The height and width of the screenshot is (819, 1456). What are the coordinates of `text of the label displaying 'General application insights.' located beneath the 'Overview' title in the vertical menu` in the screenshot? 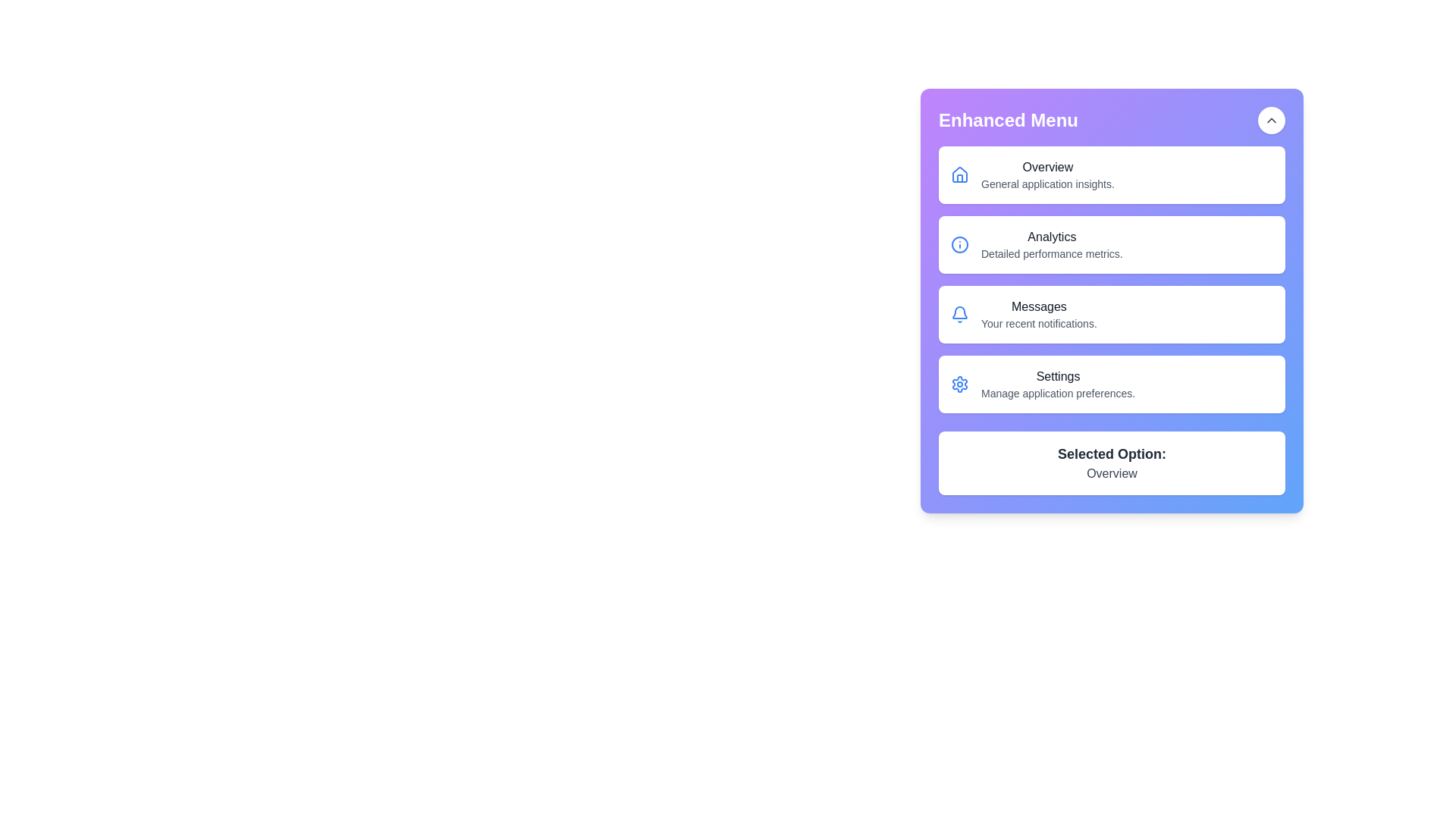 It's located at (1047, 184).